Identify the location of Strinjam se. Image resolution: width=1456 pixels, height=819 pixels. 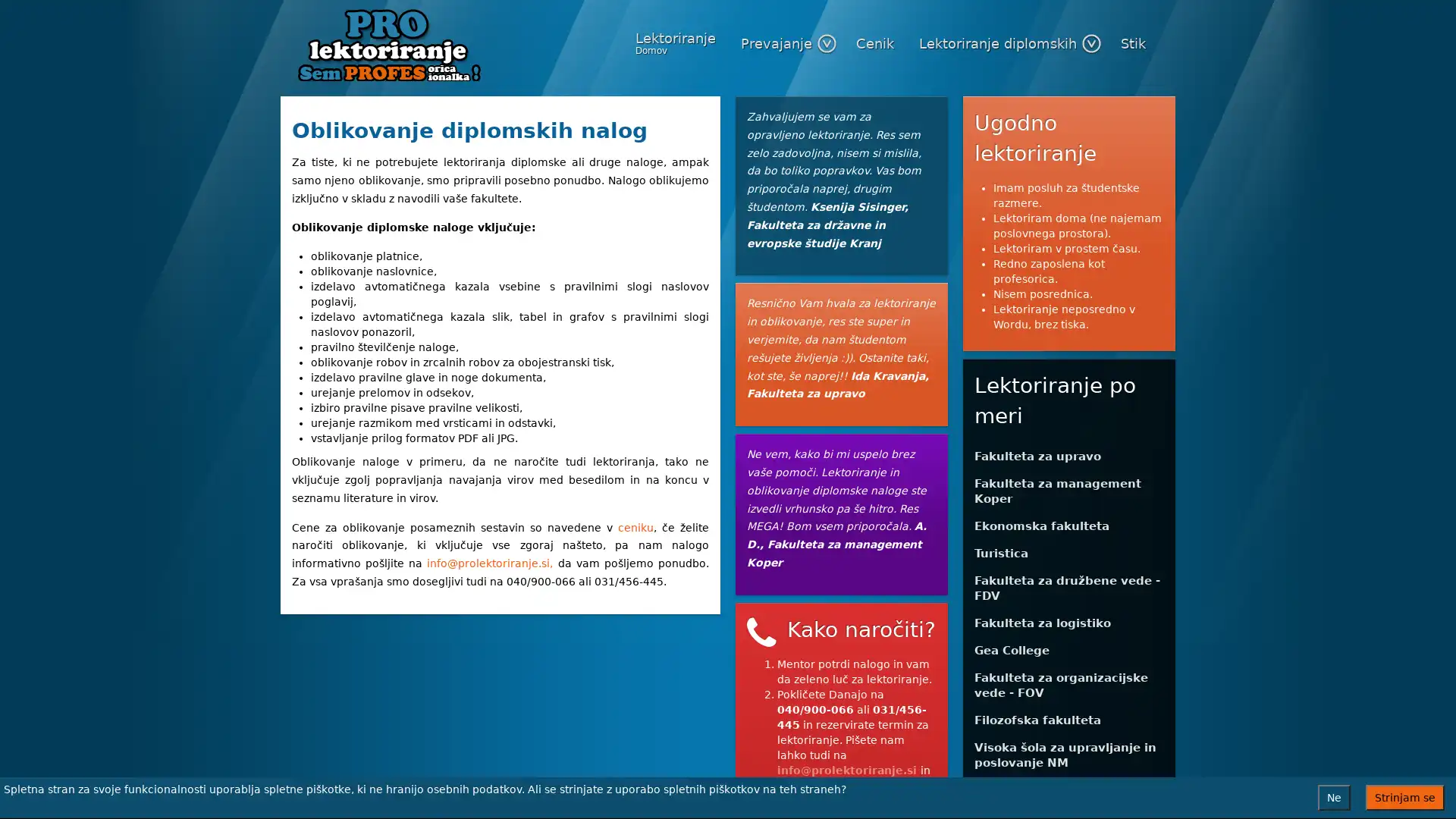
(1404, 797).